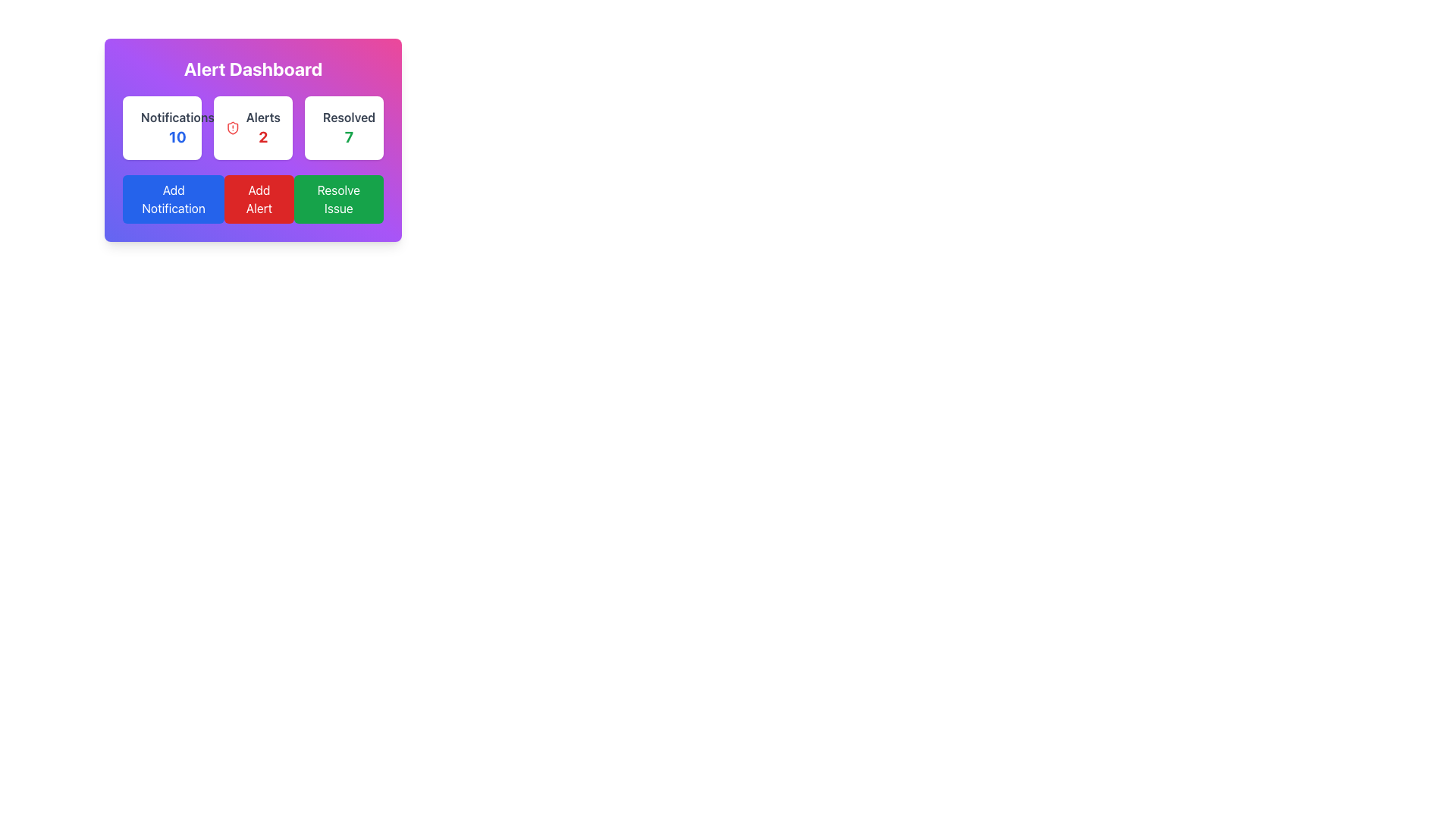 This screenshot has width=1456, height=819. What do you see at coordinates (337, 198) in the screenshot?
I see `the third button labeled for resolving issues in the 'Alert Dashboard'` at bounding box center [337, 198].